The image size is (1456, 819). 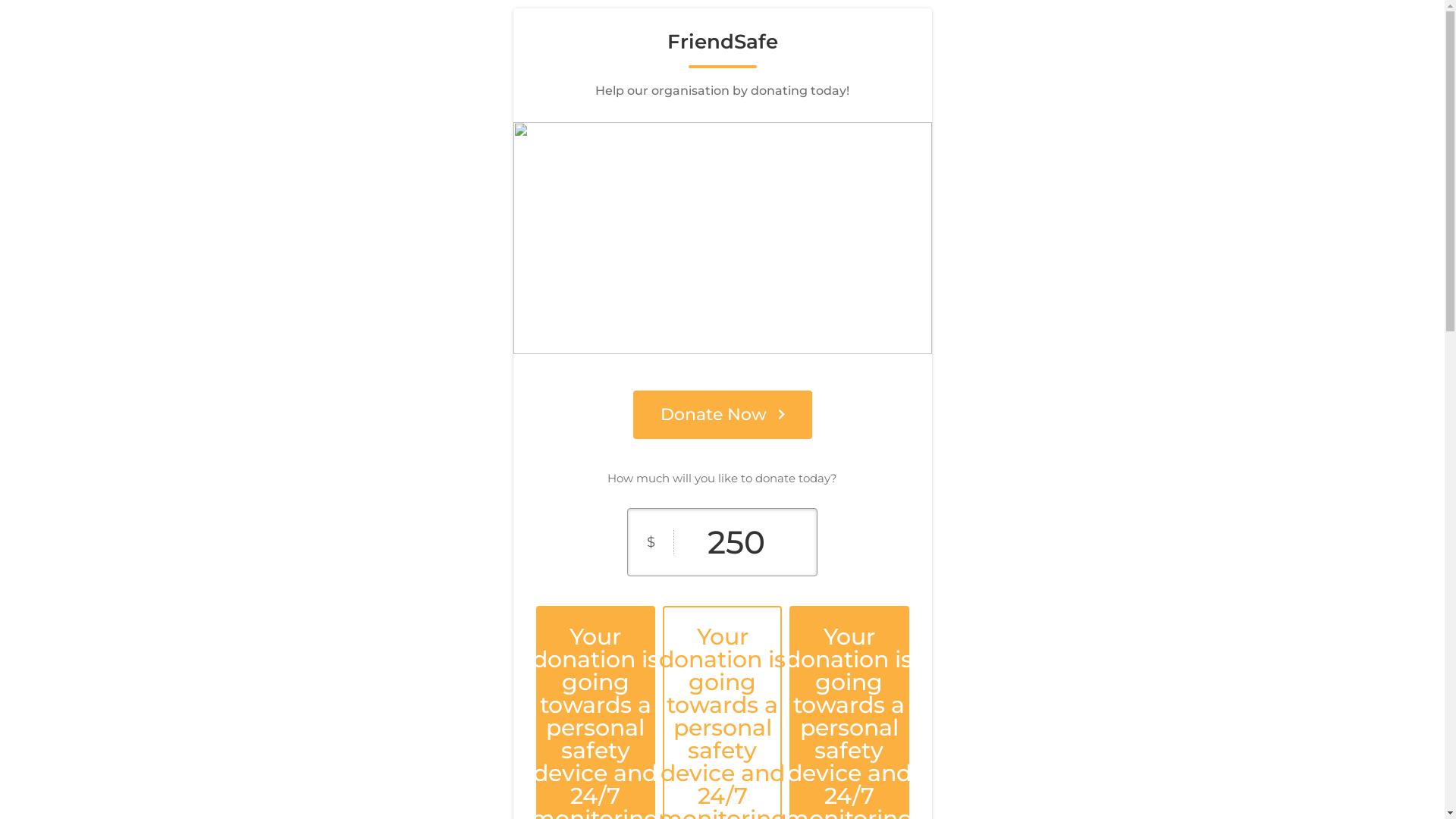 What do you see at coordinates (720, 415) in the screenshot?
I see `'Donate Now'` at bounding box center [720, 415].